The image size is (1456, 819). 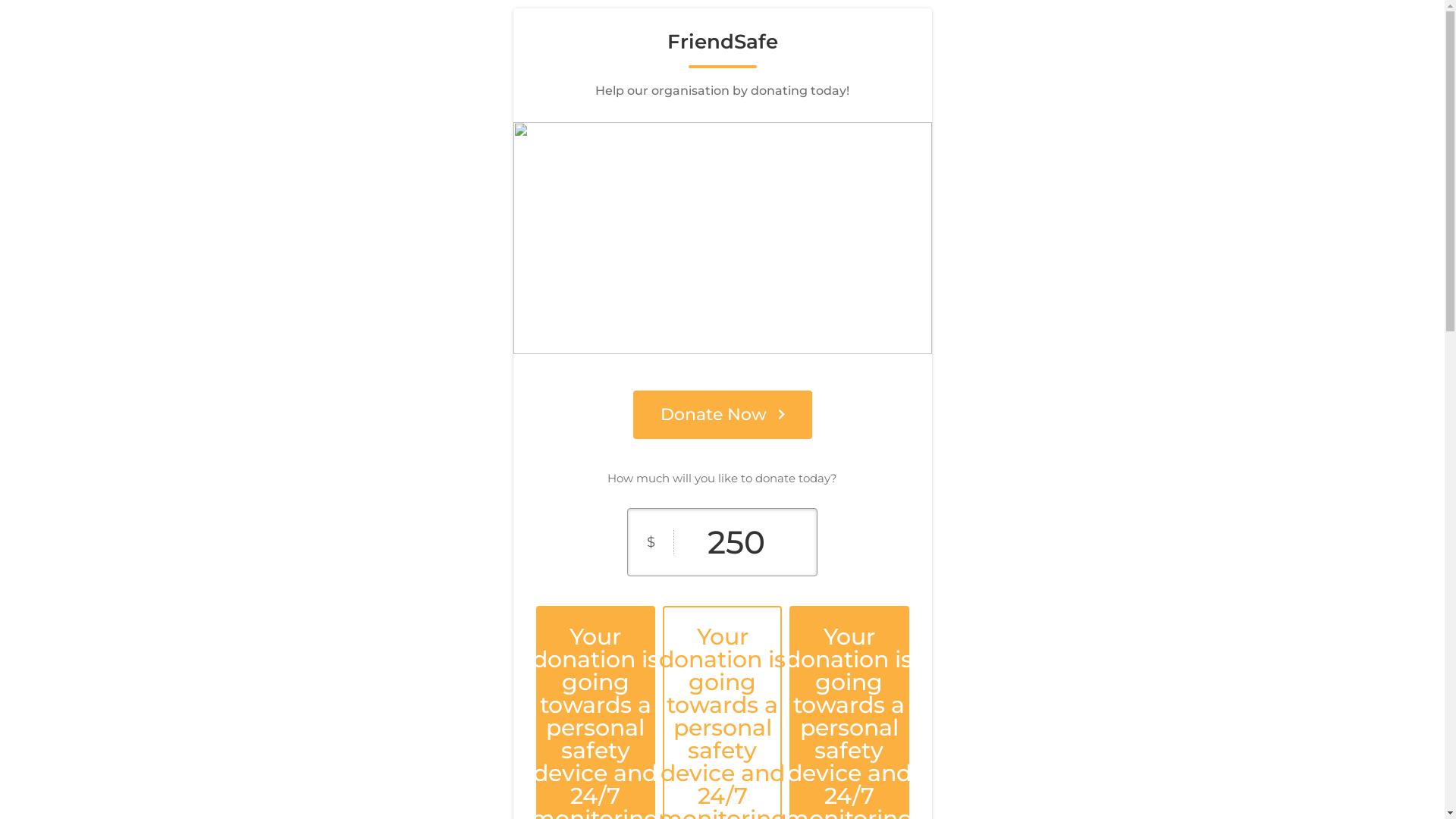 What do you see at coordinates (720, 415) in the screenshot?
I see `'Donate Now'` at bounding box center [720, 415].